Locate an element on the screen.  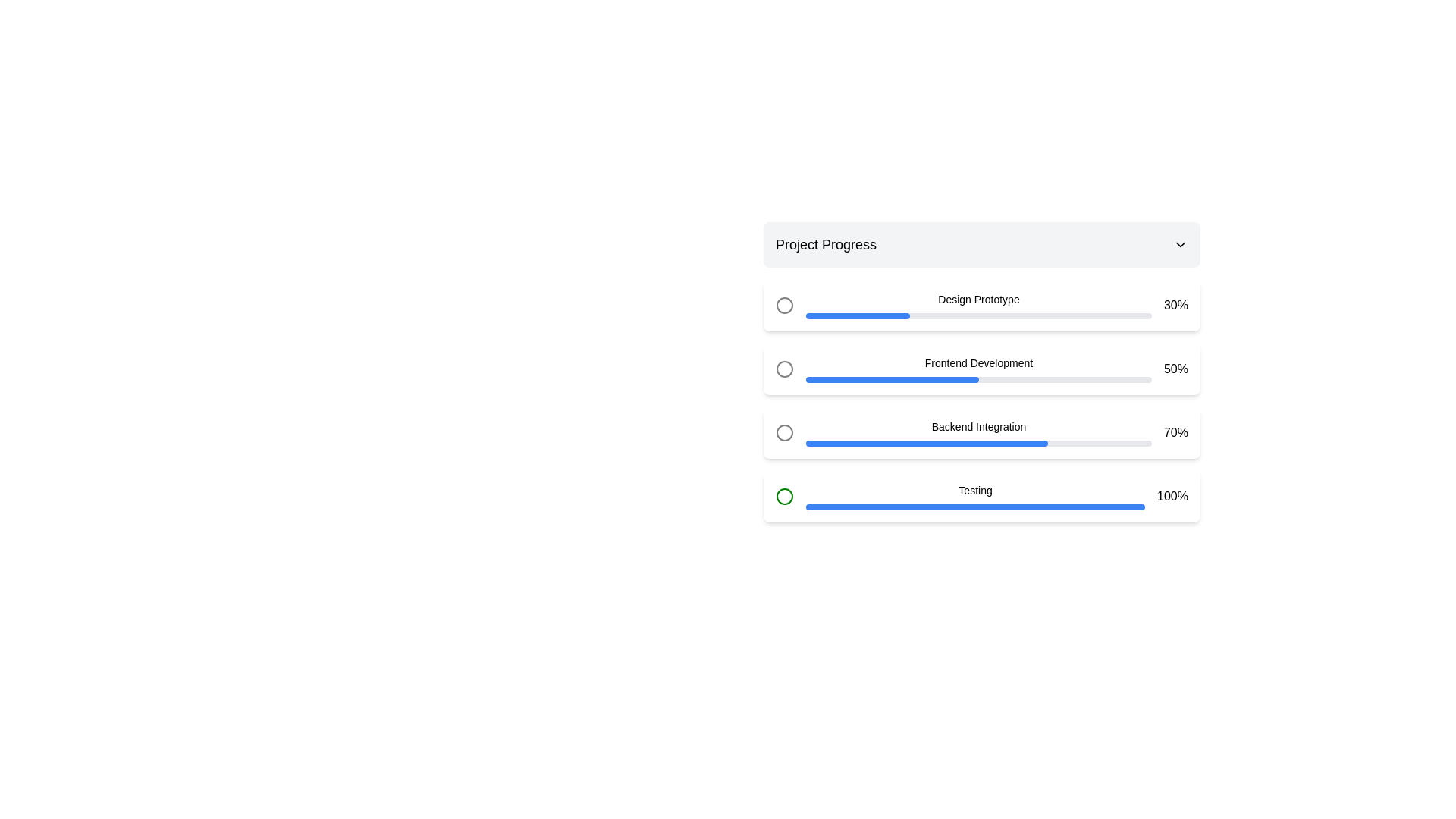
the Circle icon in the progress tracker, which is outlined with a gray stroke and is located next to the 'Backend Integration' text is located at coordinates (785, 432).